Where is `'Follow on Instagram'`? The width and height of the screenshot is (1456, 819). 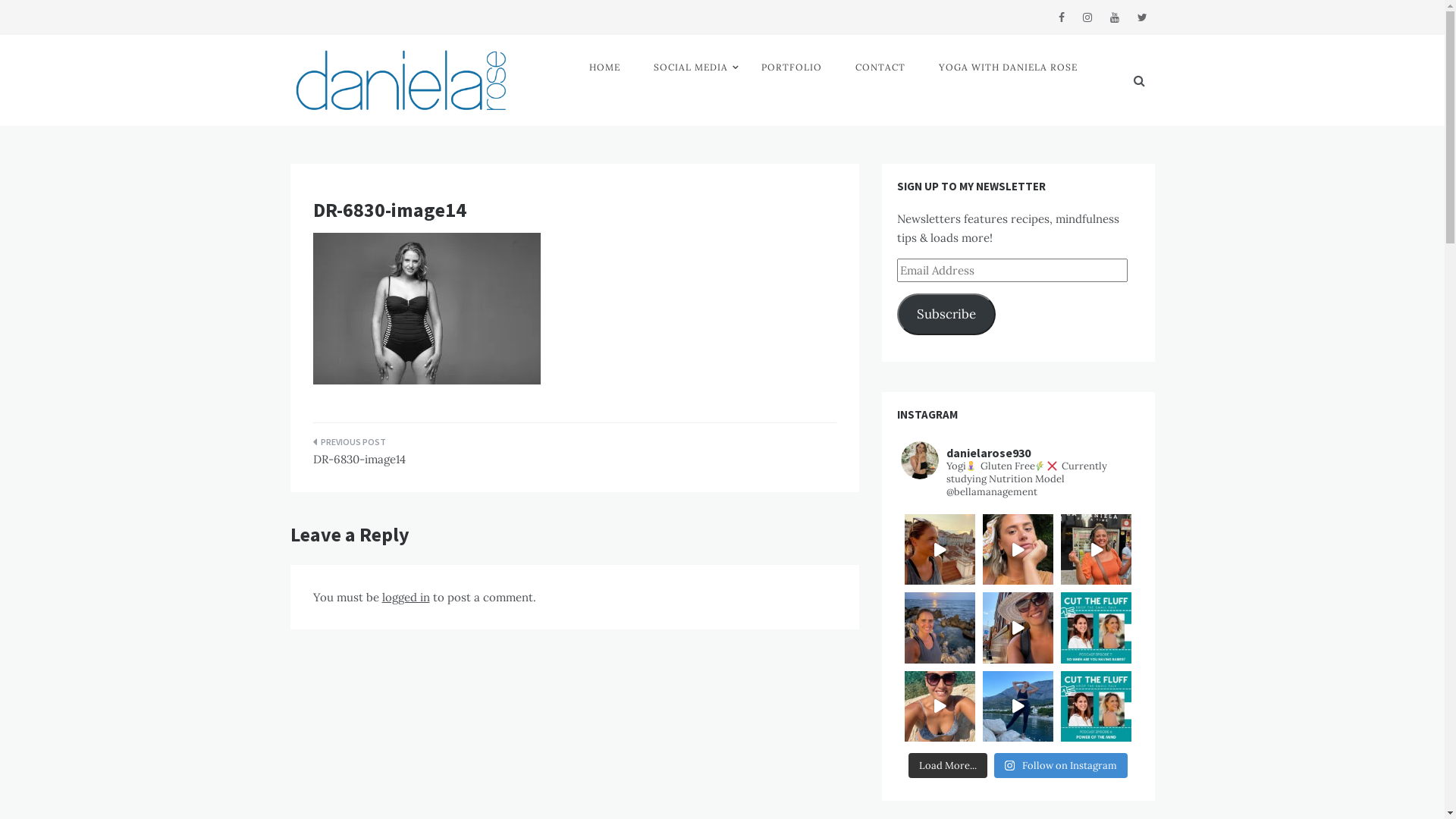 'Follow on Instagram' is located at coordinates (1059, 766).